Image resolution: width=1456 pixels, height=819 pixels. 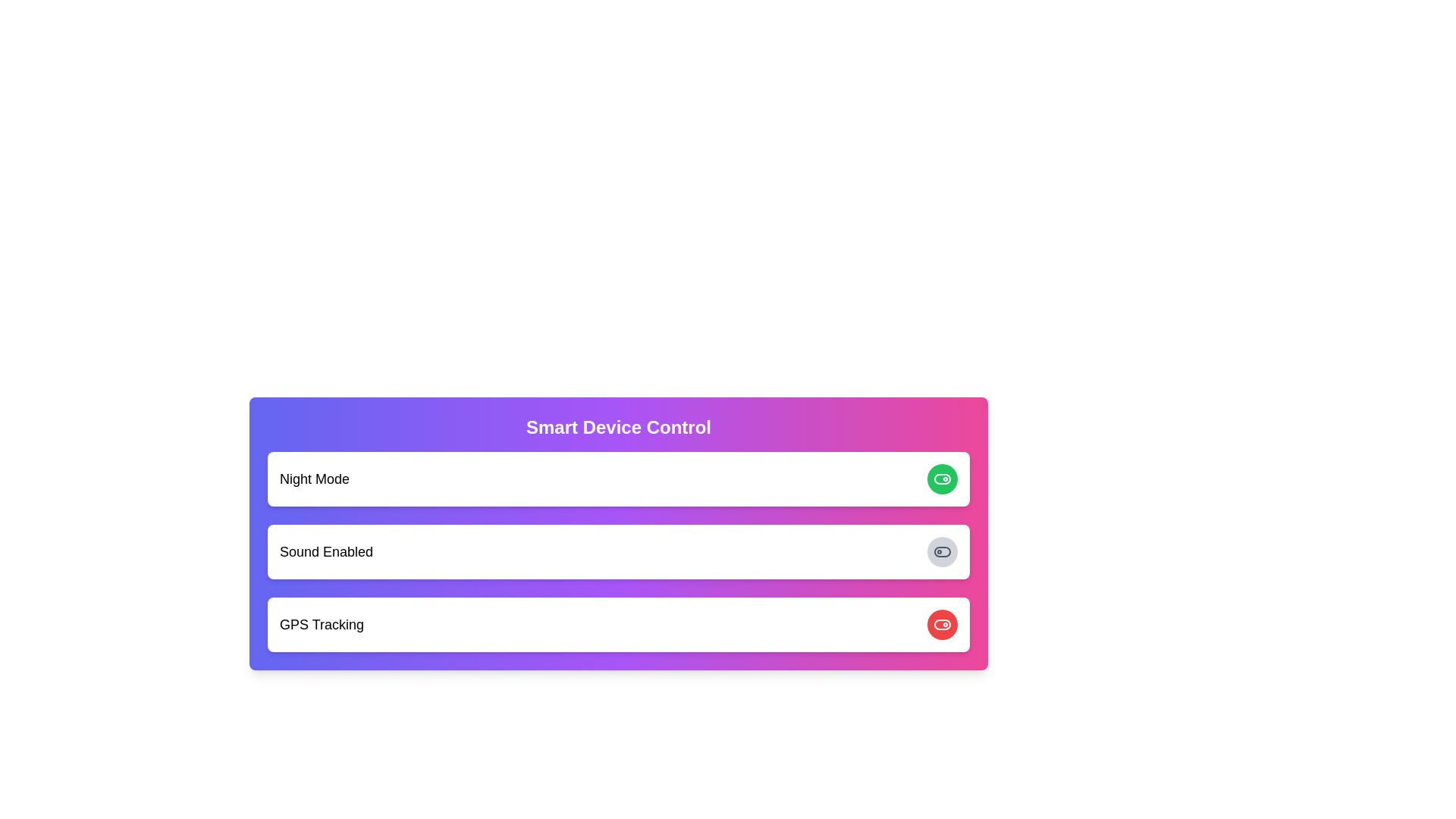 I want to click on the rectangular background element of the toggle switch, which indicates its inactive or neutral state, so click(x=942, y=552).